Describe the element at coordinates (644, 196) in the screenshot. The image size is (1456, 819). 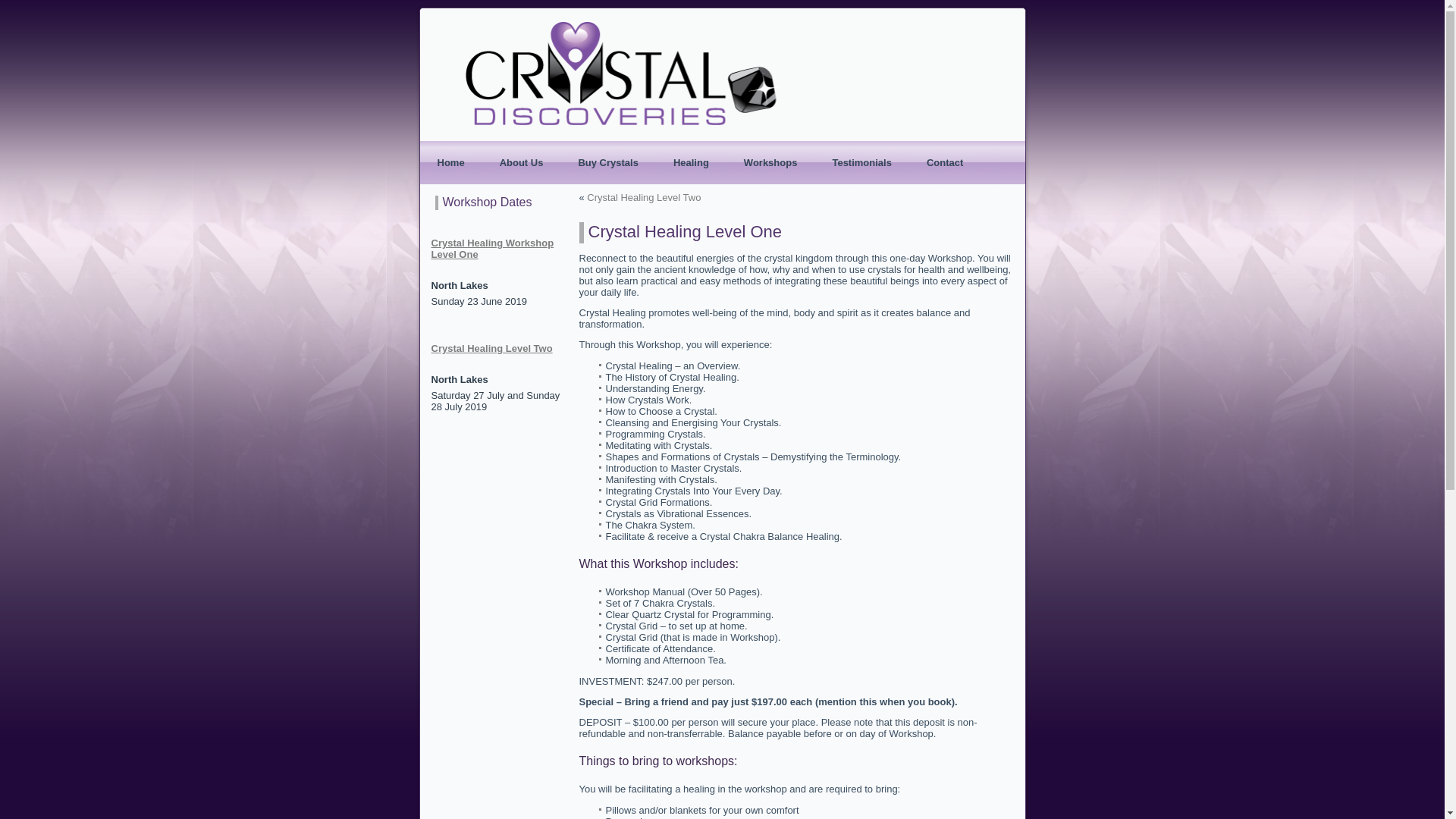
I see `'Crystal Healing Level Two'` at that location.